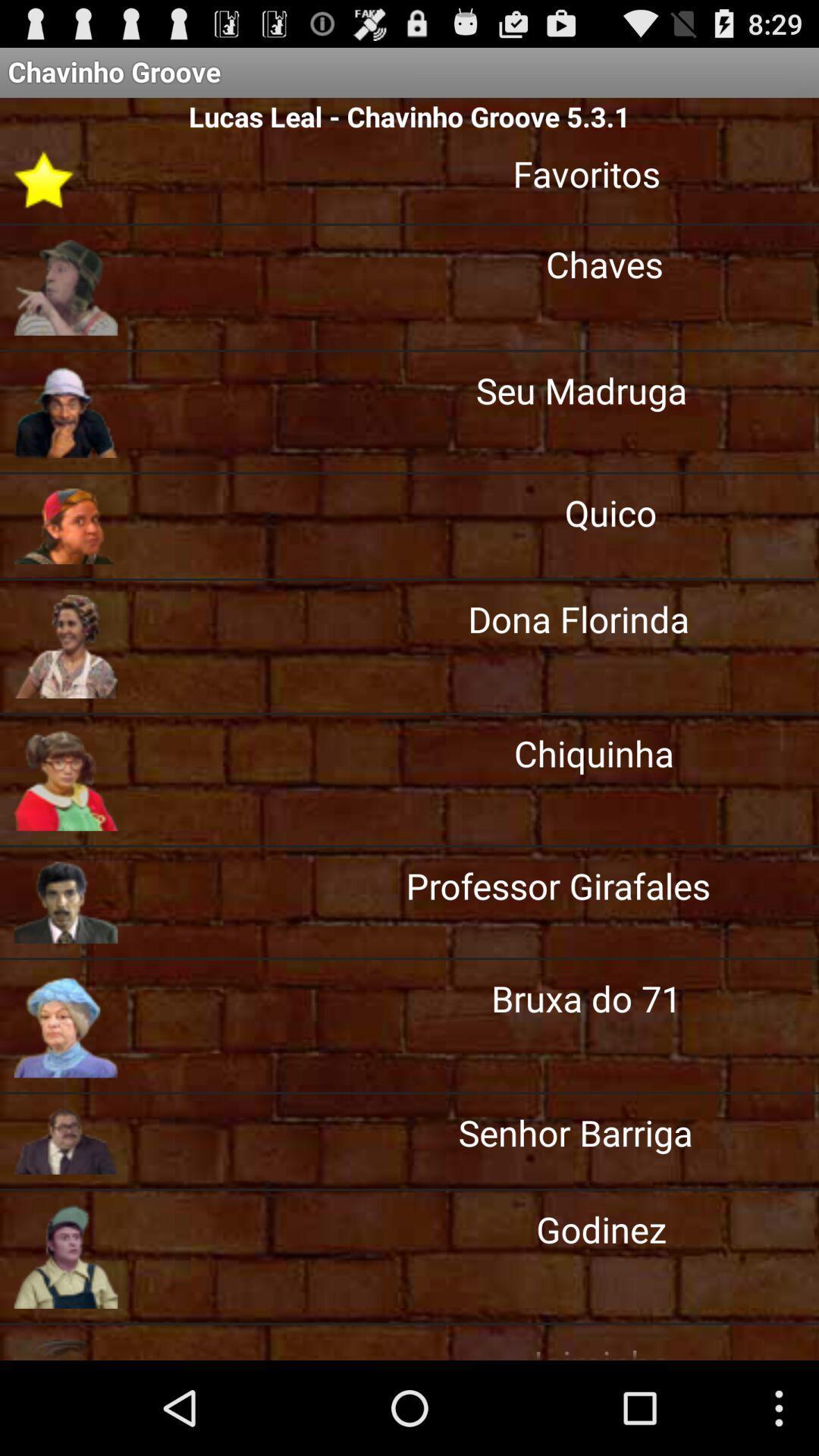 The height and width of the screenshot is (1456, 819). I want to click on the image which is to the left side of the senhor barriga, so click(65, 1141).